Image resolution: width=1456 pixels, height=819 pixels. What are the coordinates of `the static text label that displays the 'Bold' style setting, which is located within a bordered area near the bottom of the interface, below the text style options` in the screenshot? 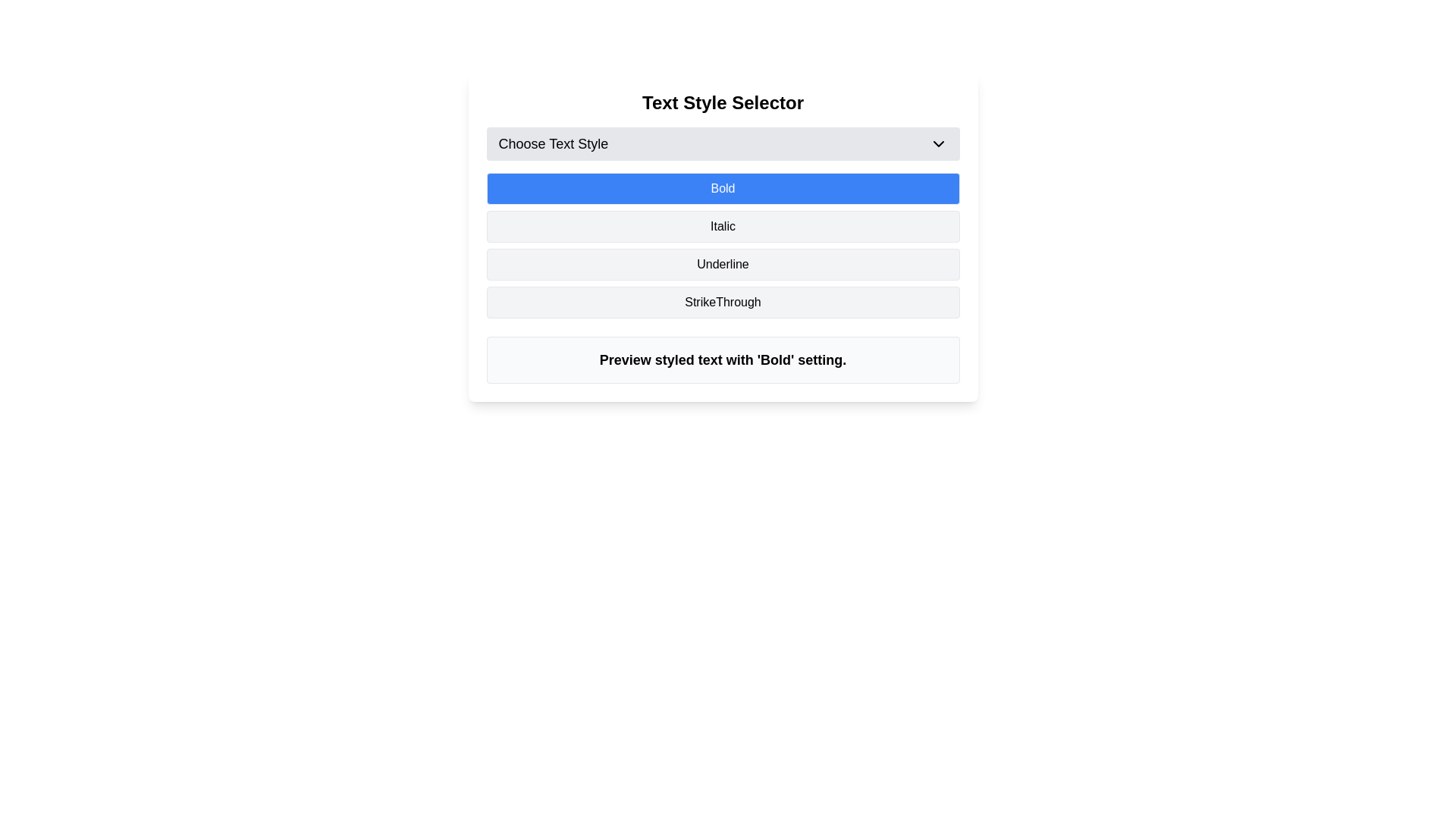 It's located at (722, 359).